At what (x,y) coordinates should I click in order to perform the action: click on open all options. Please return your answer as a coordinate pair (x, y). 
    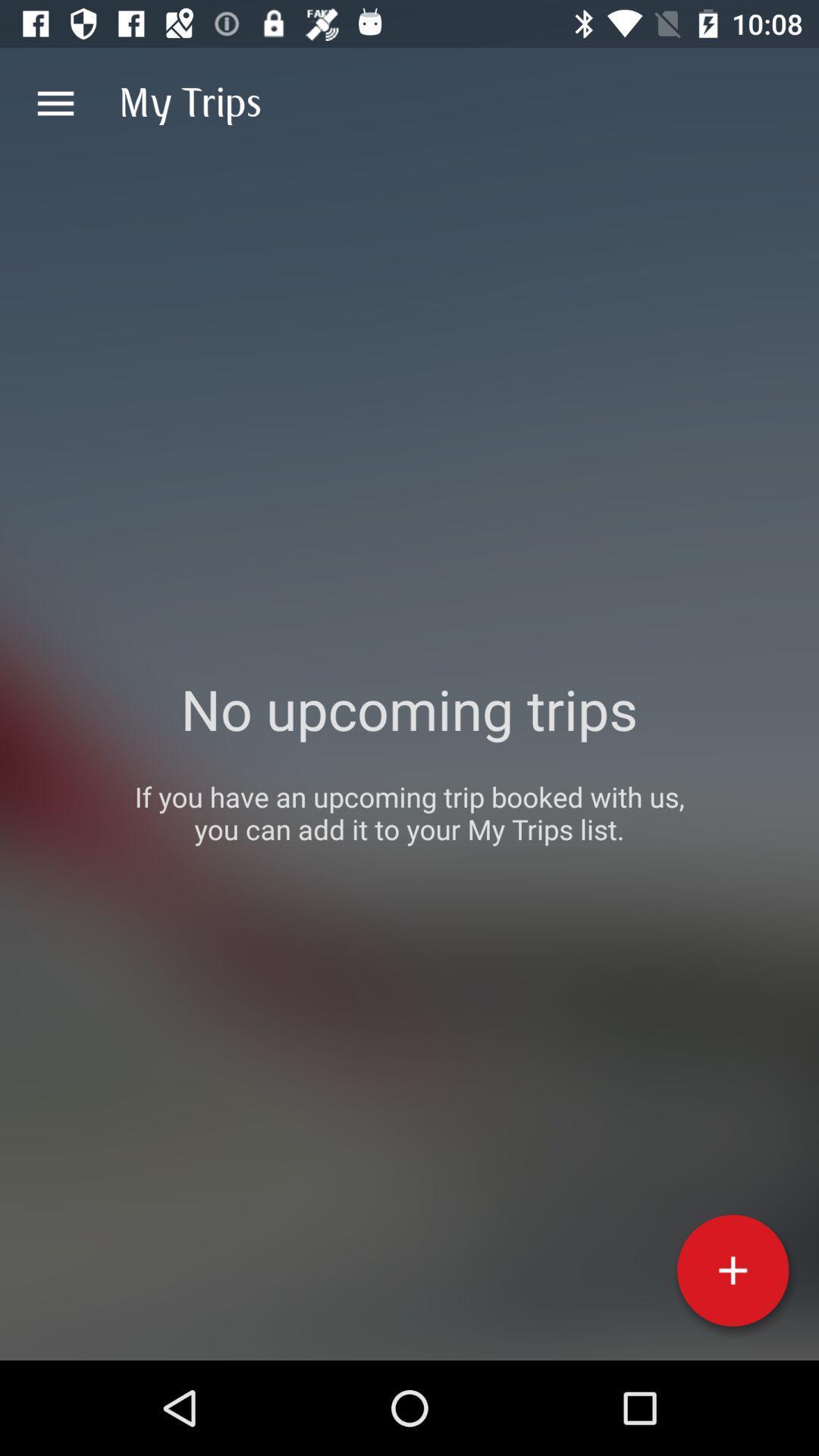
    Looking at the image, I should click on (55, 102).